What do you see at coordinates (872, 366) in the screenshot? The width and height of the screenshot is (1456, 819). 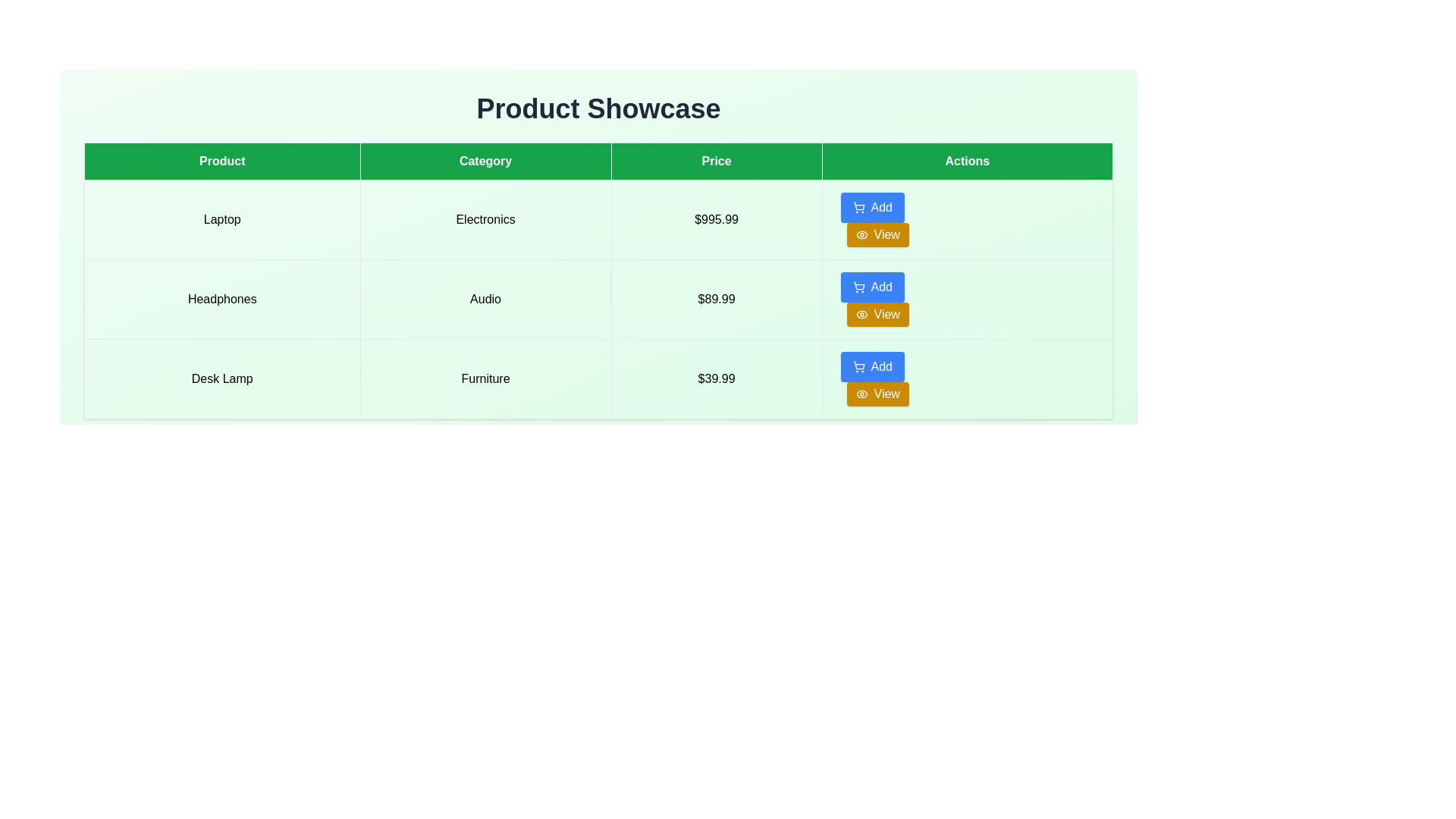 I see `the 'Add Desk Lamp' button located in the 'Actions' column of the last row` at bounding box center [872, 366].